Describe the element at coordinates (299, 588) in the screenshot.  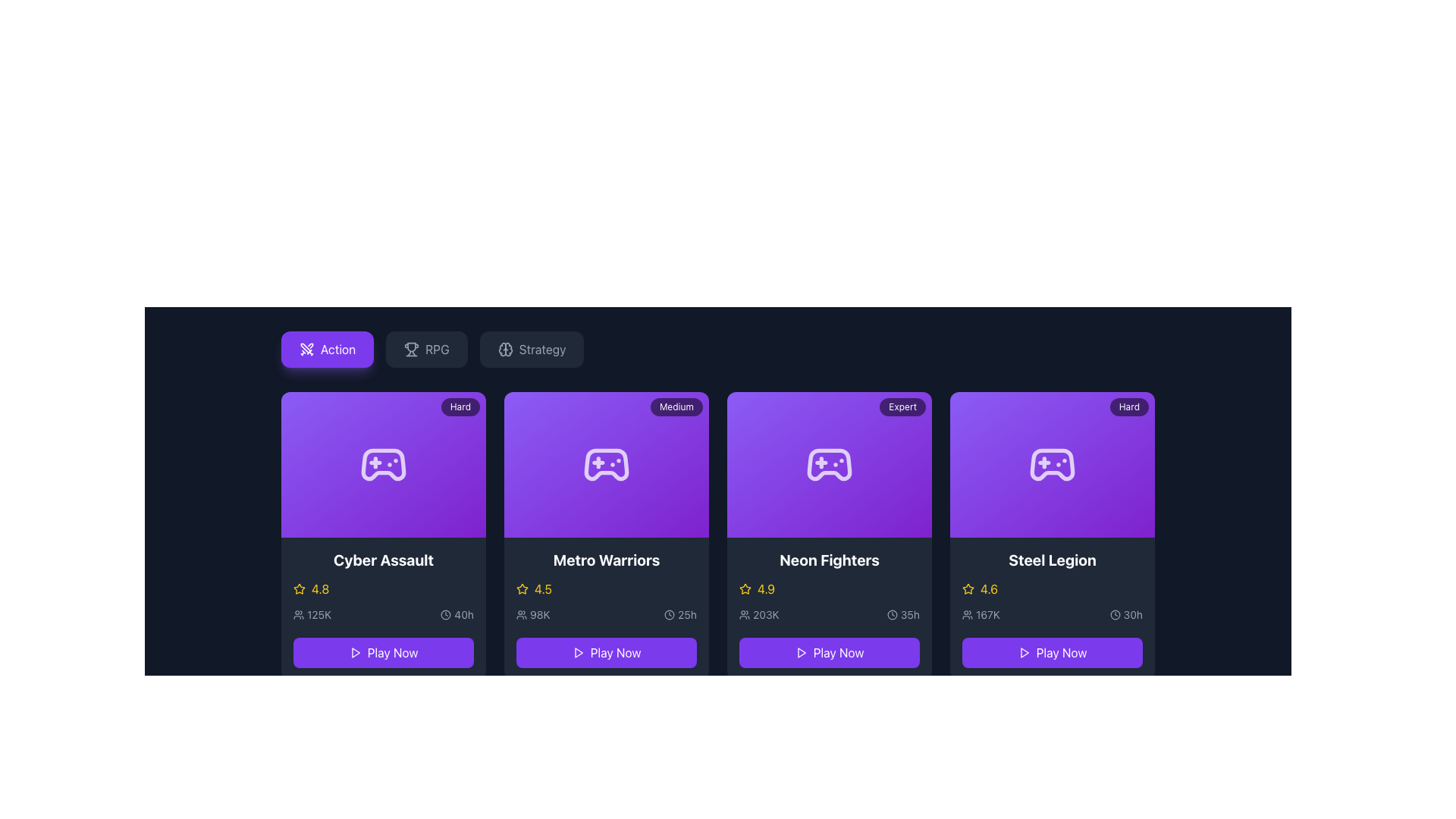
I see `the full star icon representing the high rating of 4.8 for 'Cyber Assault' to interact with the rating system` at that location.